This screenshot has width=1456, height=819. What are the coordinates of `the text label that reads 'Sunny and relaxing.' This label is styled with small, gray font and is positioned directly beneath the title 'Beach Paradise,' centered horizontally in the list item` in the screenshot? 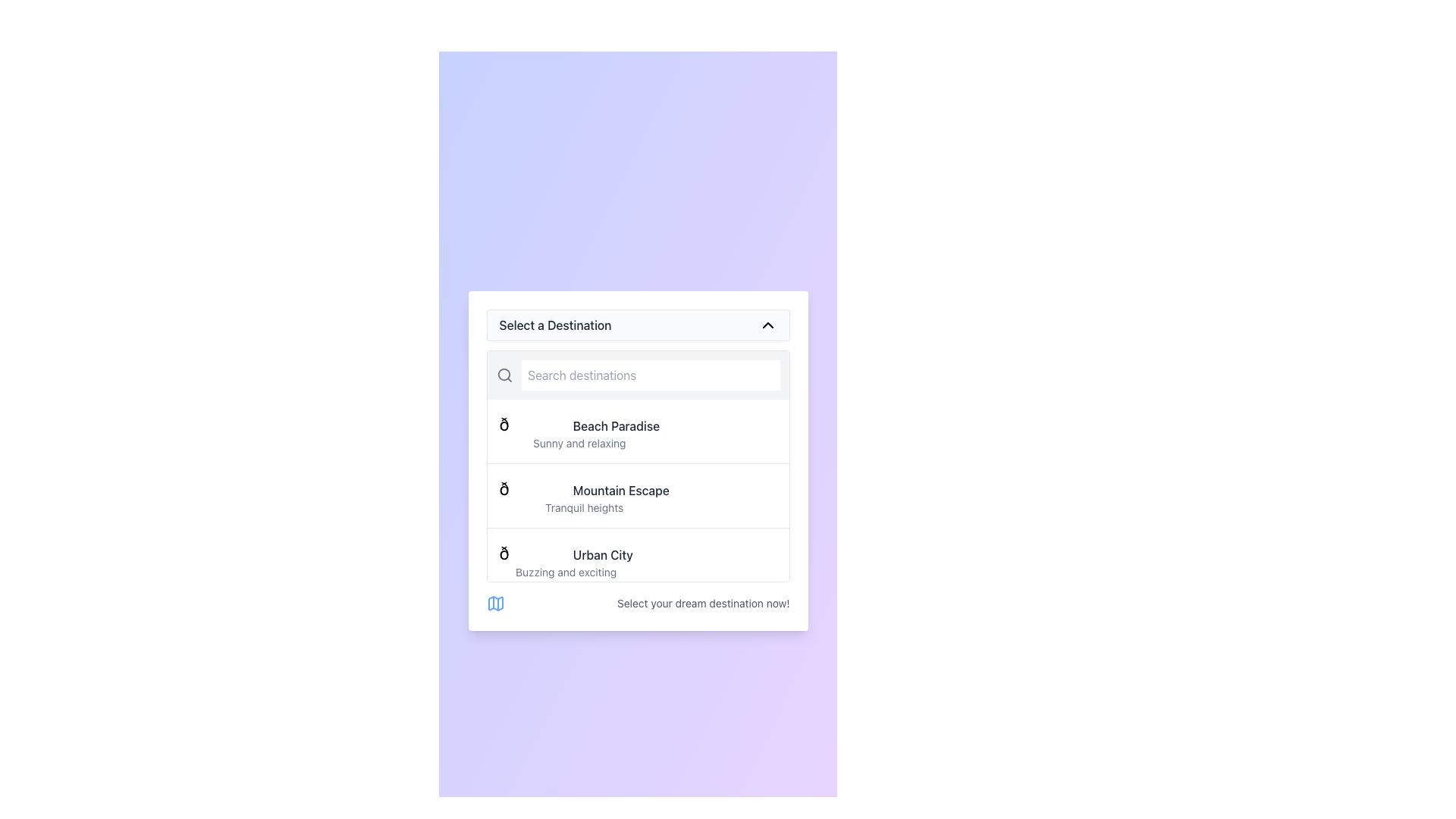 It's located at (579, 444).